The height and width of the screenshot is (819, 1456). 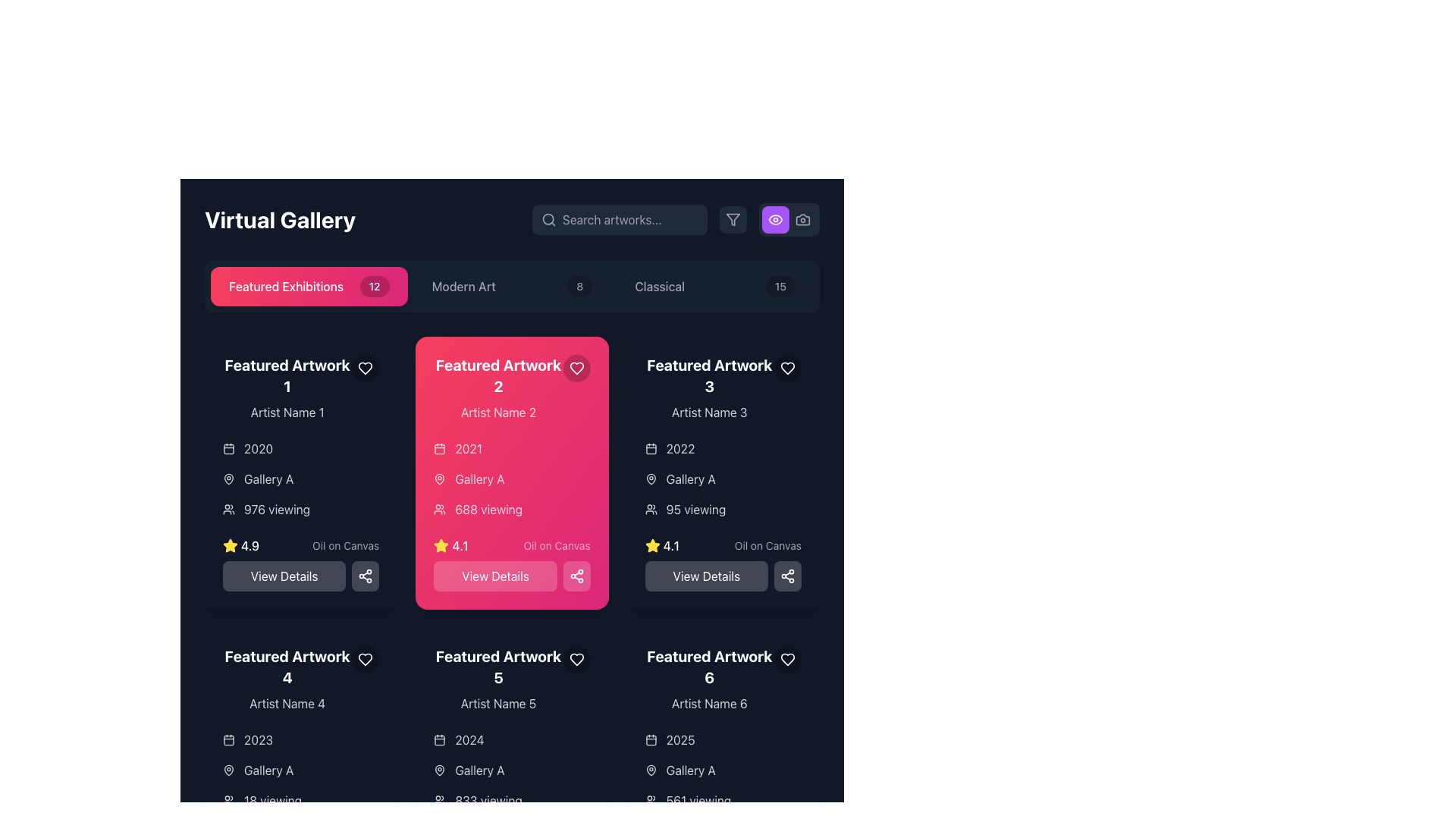 What do you see at coordinates (228, 770) in the screenshot?
I see `the location marker icon next to the text 'Gallery A'` at bounding box center [228, 770].